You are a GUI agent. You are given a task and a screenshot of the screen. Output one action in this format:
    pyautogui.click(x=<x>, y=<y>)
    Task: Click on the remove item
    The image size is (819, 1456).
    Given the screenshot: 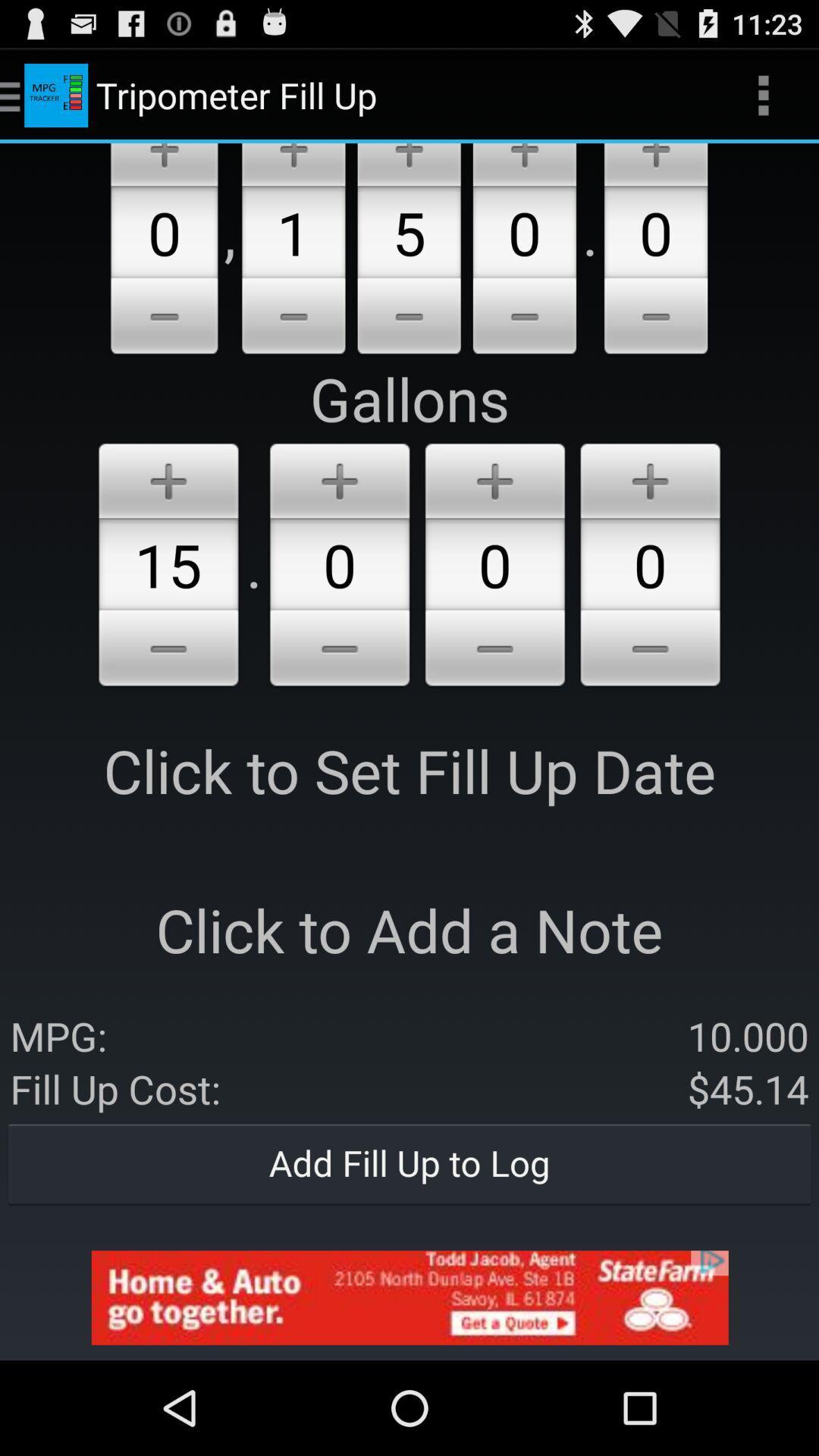 What is the action you would take?
    pyautogui.click(x=649, y=651)
    